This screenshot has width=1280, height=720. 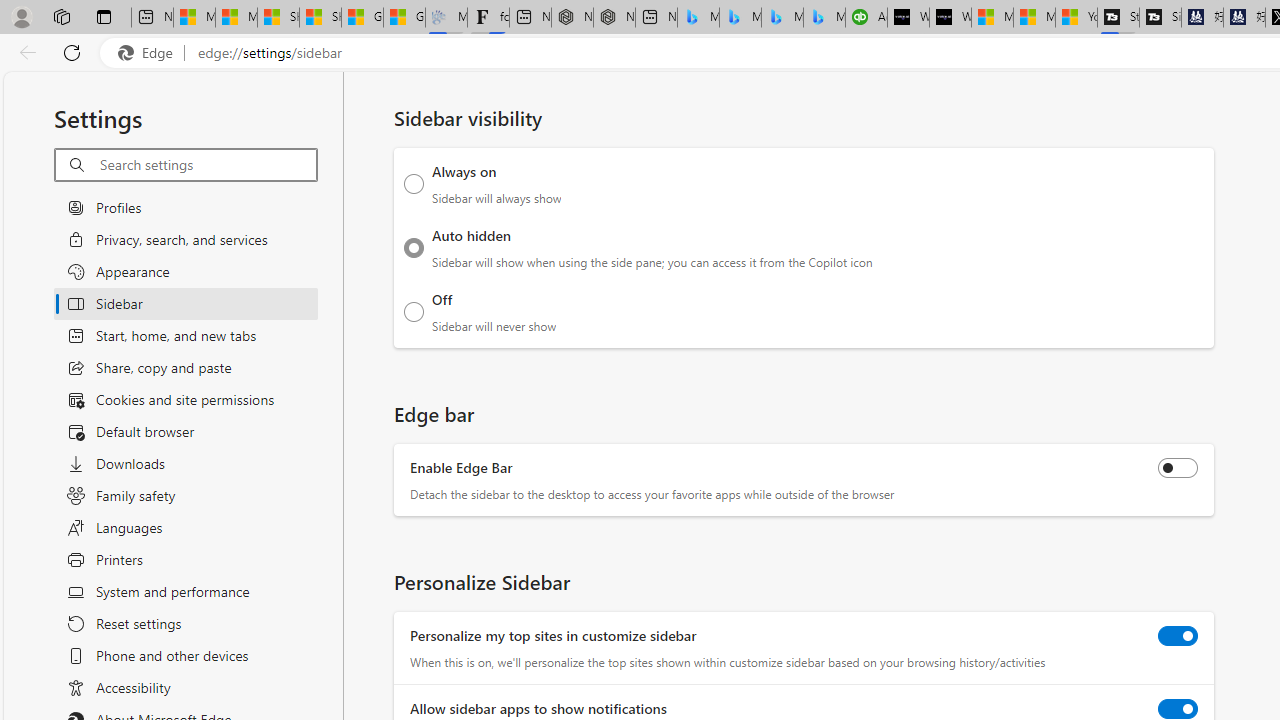 I want to click on 'Personalize my top sites in customize sidebar', so click(x=1178, y=635).